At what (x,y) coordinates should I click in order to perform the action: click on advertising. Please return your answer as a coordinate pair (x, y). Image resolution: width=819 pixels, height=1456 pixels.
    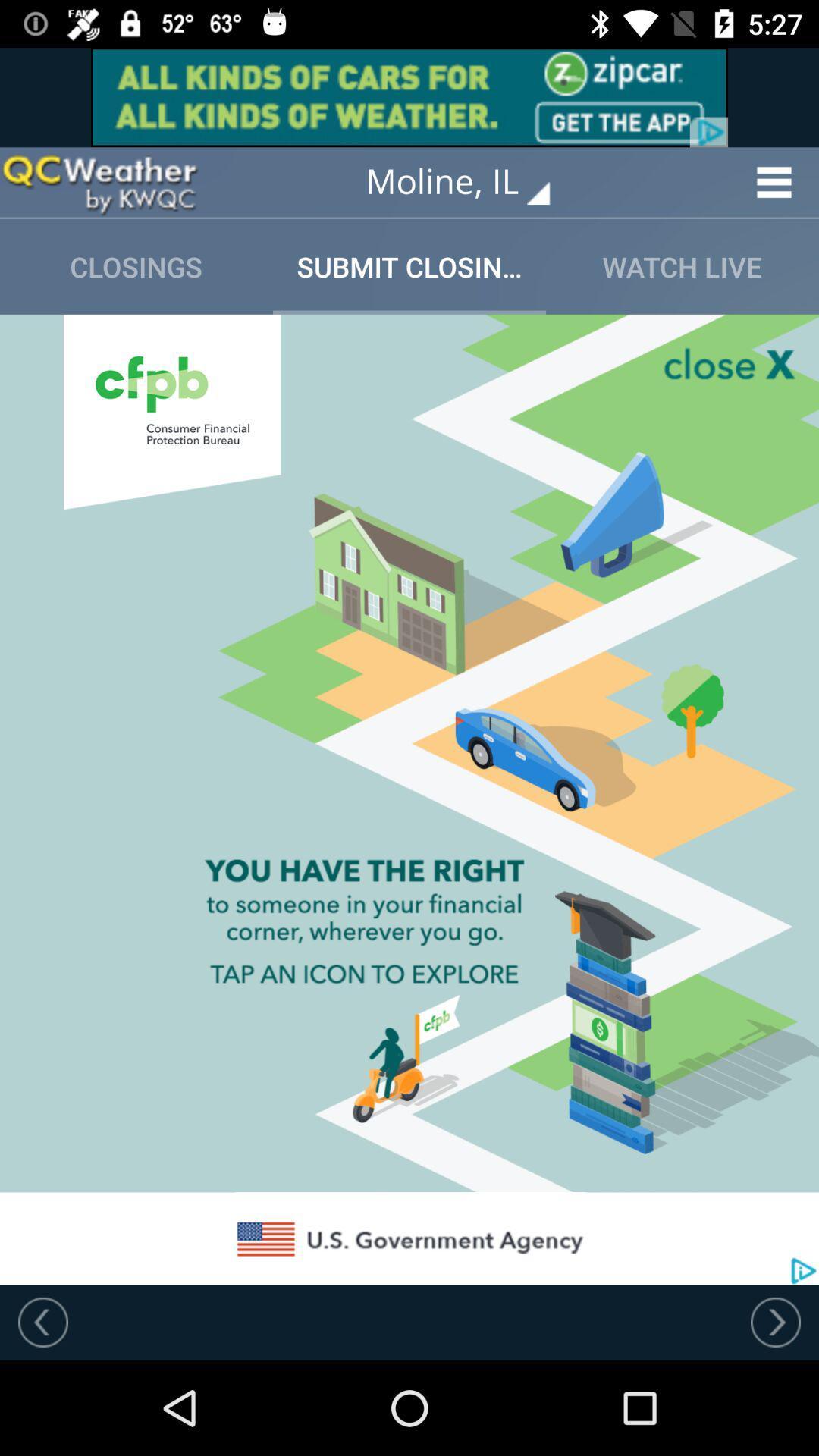
    Looking at the image, I should click on (409, 96).